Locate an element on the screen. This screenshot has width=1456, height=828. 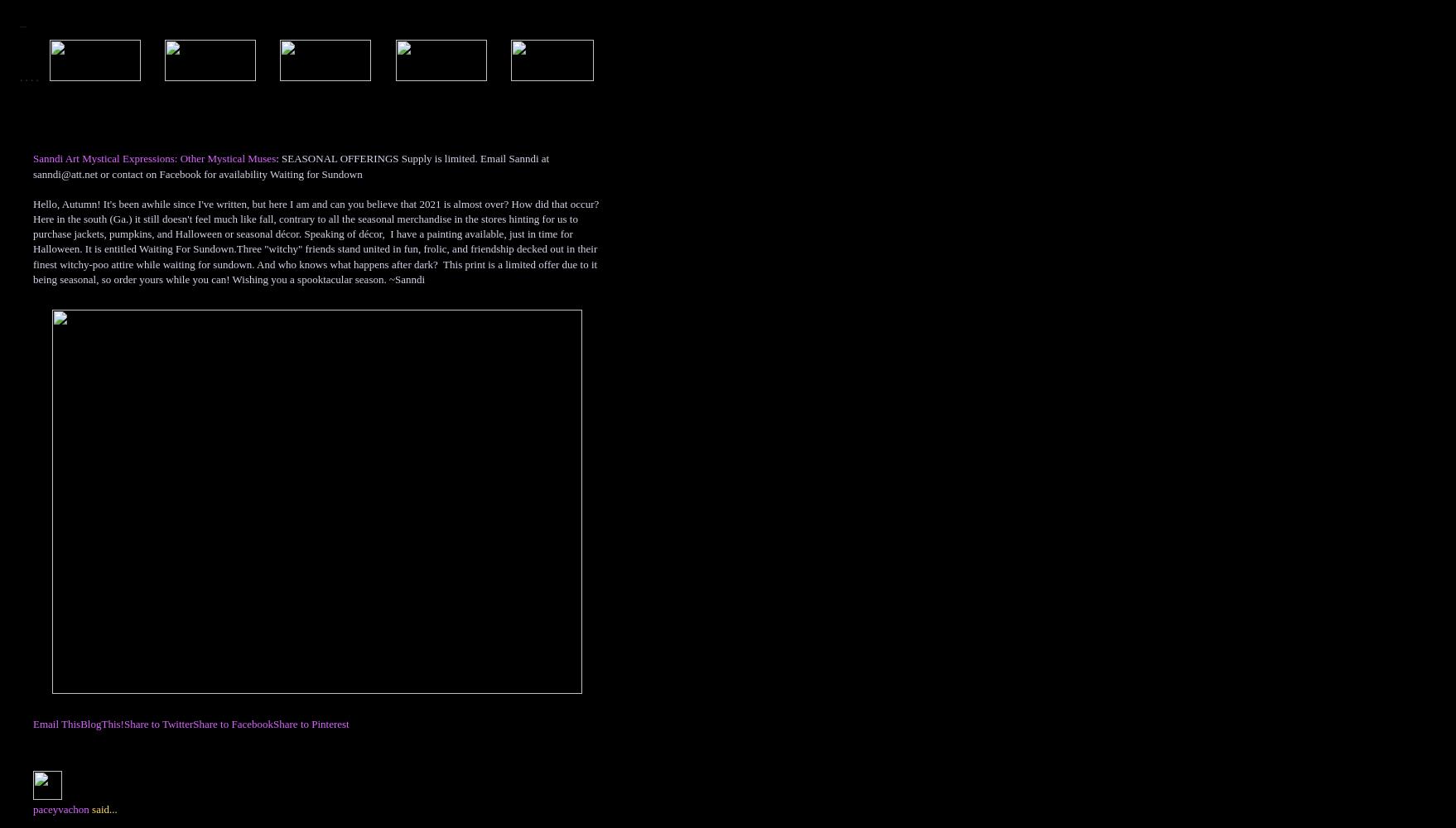
'.     .     .     .' is located at coordinates (20, 76).